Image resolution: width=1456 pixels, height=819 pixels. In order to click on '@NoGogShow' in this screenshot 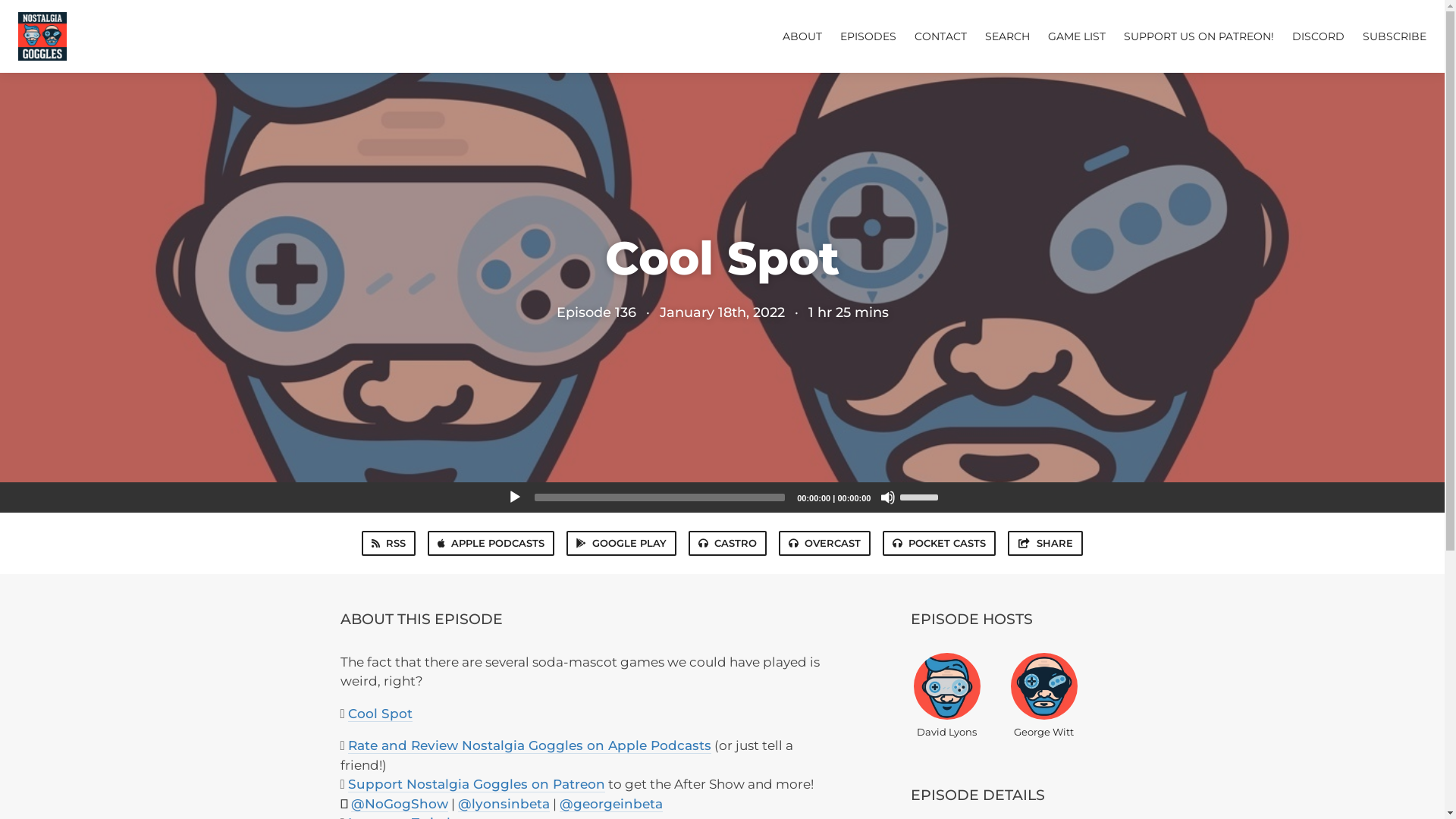, I will do `click(349, 803)`.